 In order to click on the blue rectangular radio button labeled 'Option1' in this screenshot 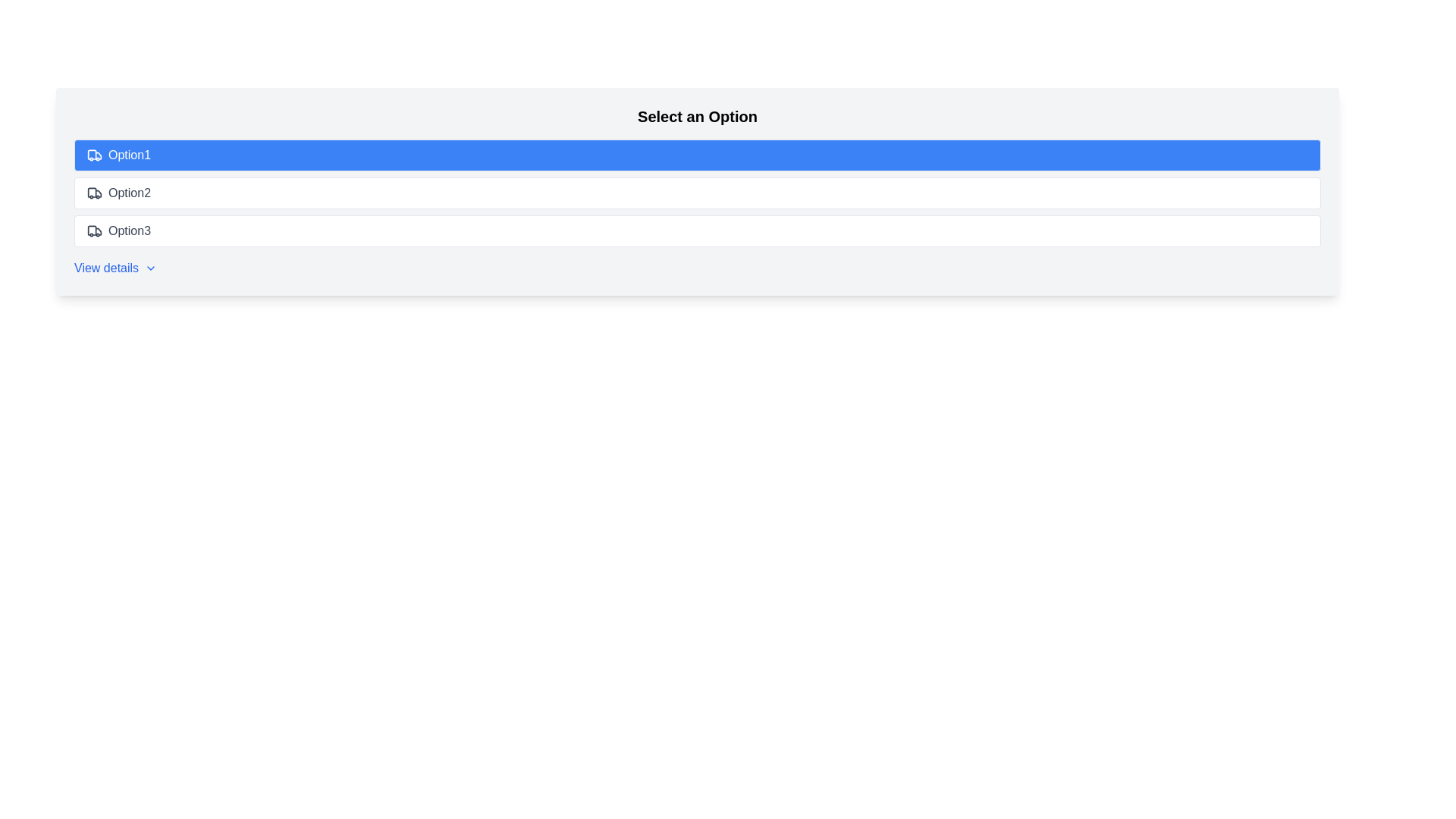, I will do `click(697, 155)`.